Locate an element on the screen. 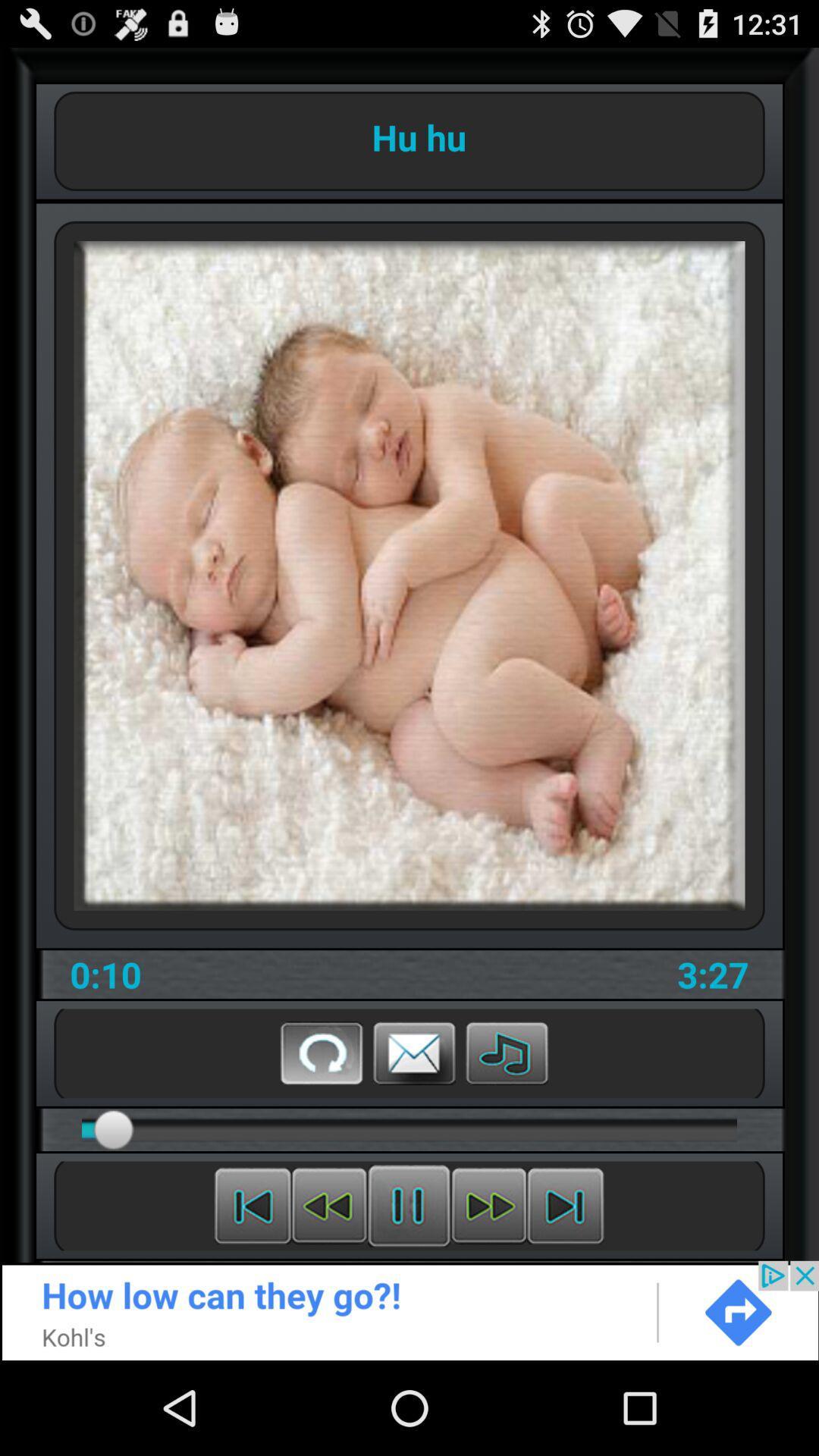  the av_rewind icon is located at coordinates (328, 1290).